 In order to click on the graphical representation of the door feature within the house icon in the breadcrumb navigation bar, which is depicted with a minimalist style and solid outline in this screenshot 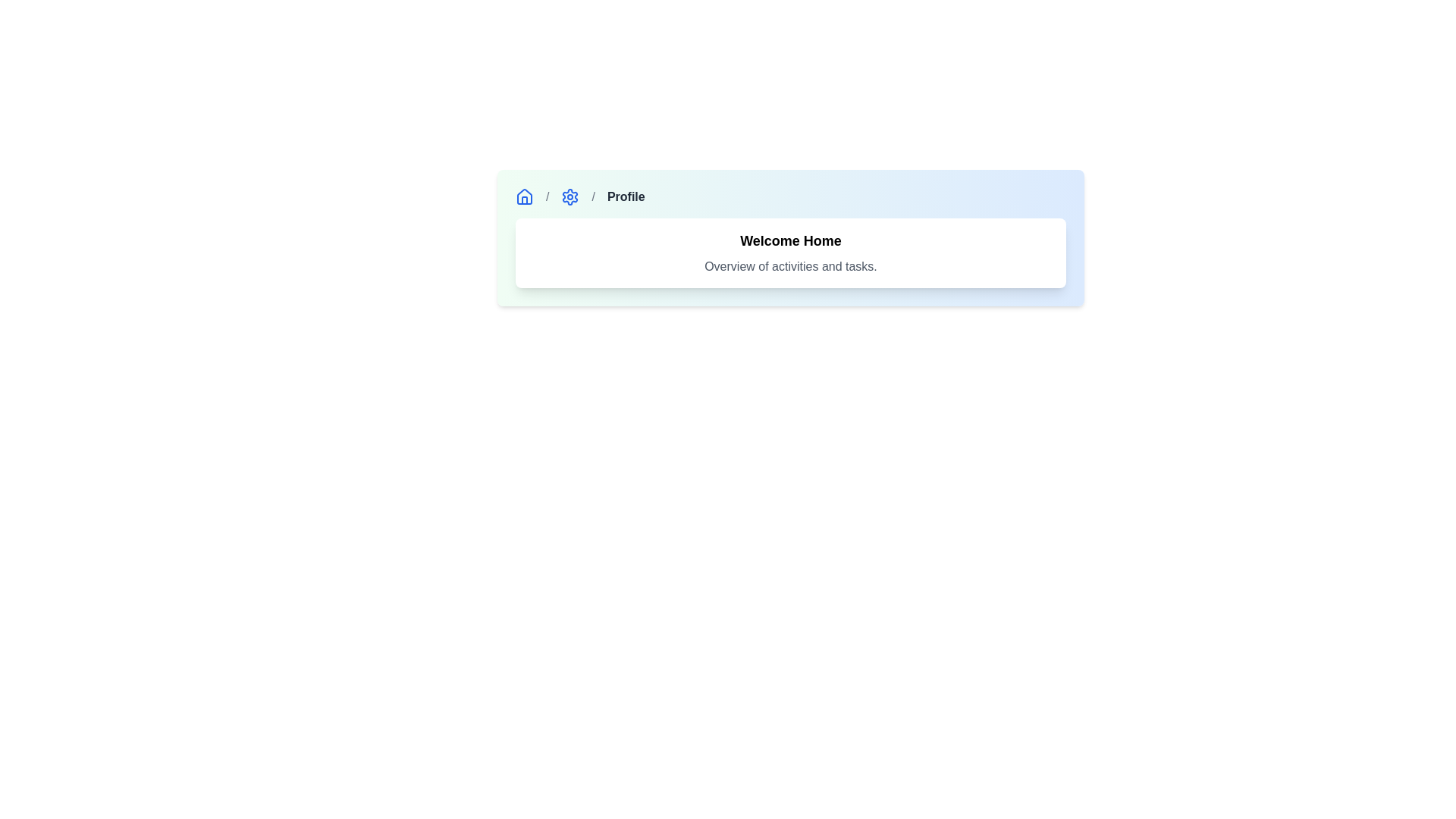, I will do `click(524, 199)`.